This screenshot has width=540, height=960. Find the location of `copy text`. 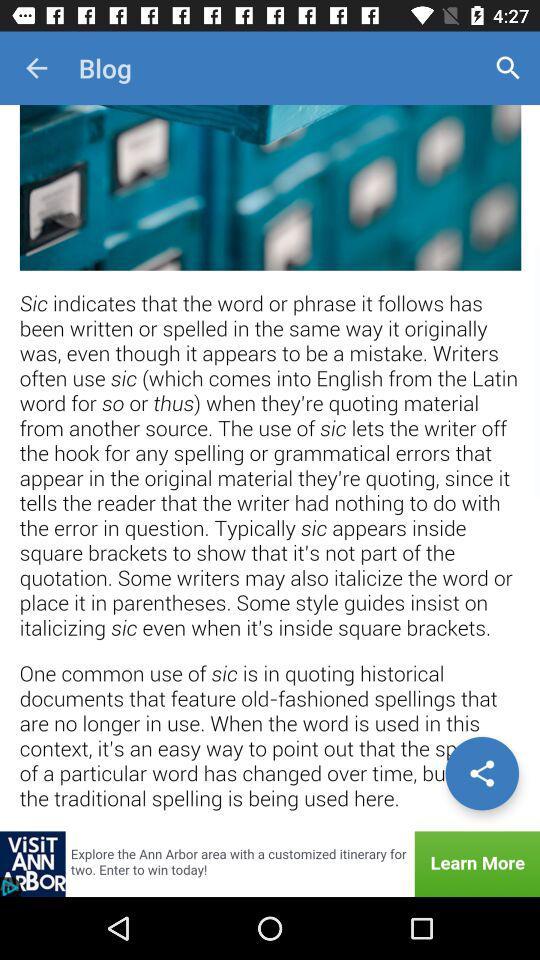

copy text is located at coordinates (270, 468).